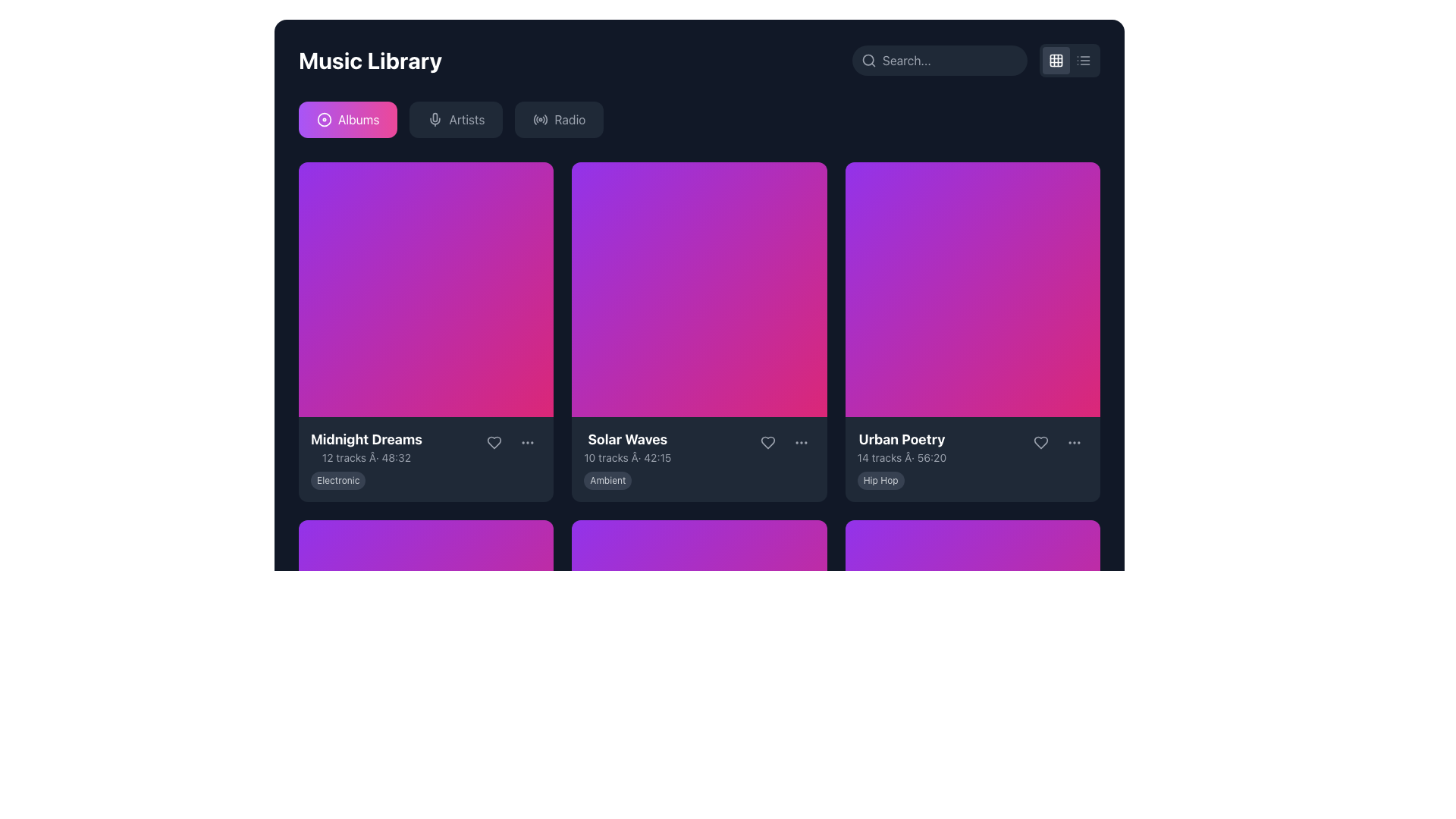 This screenshot has height=819, width=1456. Describe the element at coordinates (869, 60) in the screenshot. I see `the magnifying glass icon located in the search bar at the top-right corner of the application interface` at that location.